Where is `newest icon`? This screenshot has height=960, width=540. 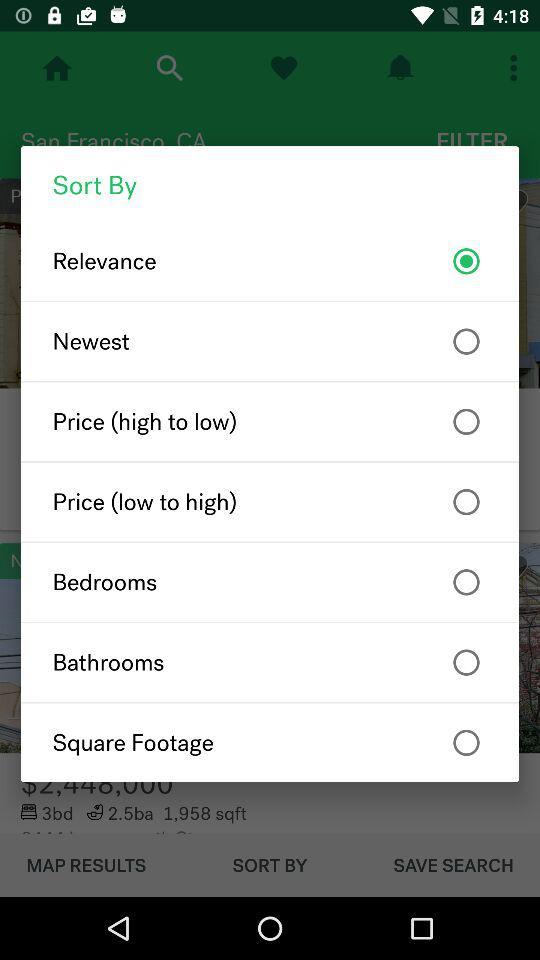
newest icon is located at coordinates (270, 341).